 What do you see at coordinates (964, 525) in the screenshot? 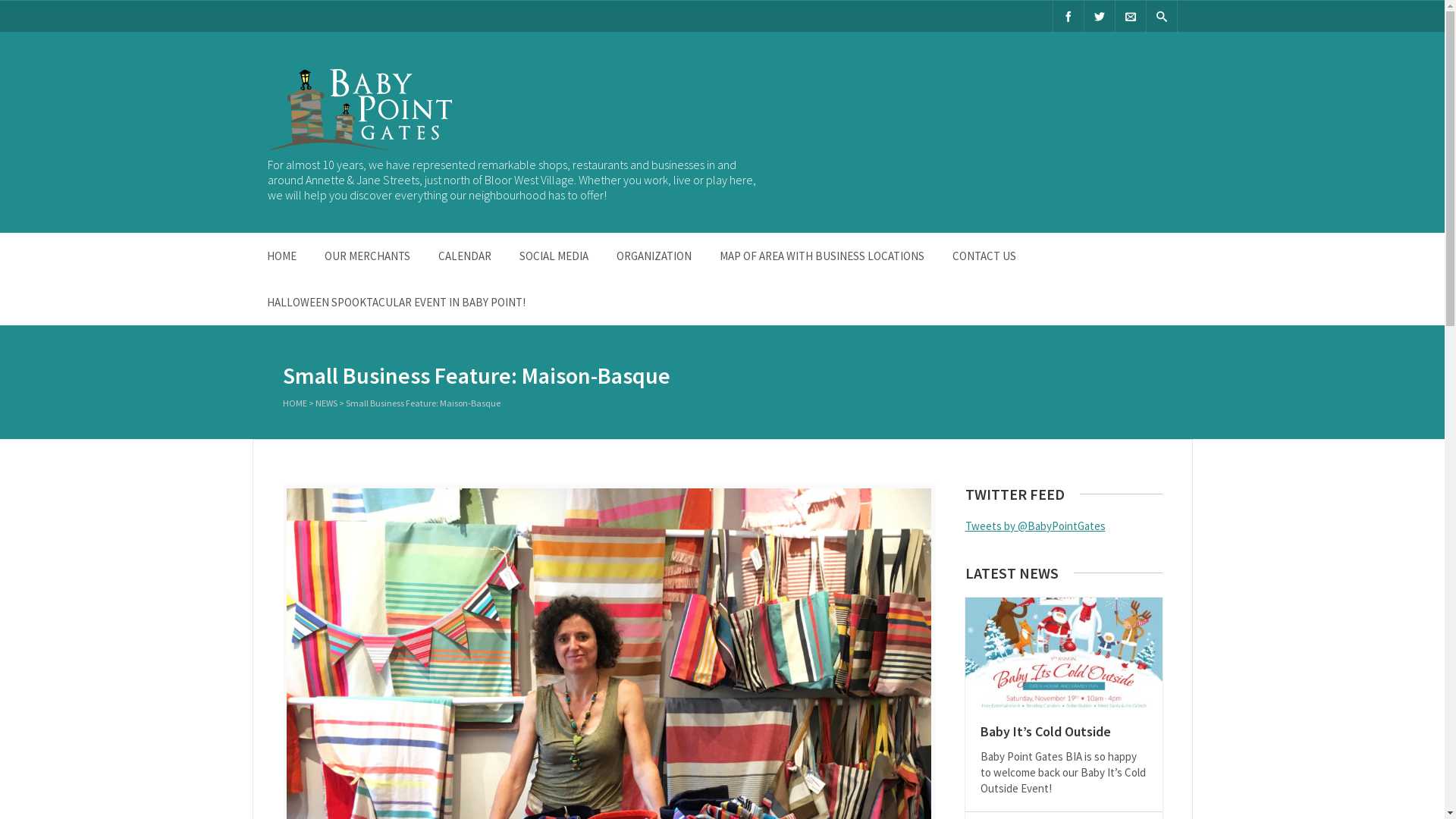
I see `'Tweets by @BabyPointGates'` at bounding box center [964, 525].